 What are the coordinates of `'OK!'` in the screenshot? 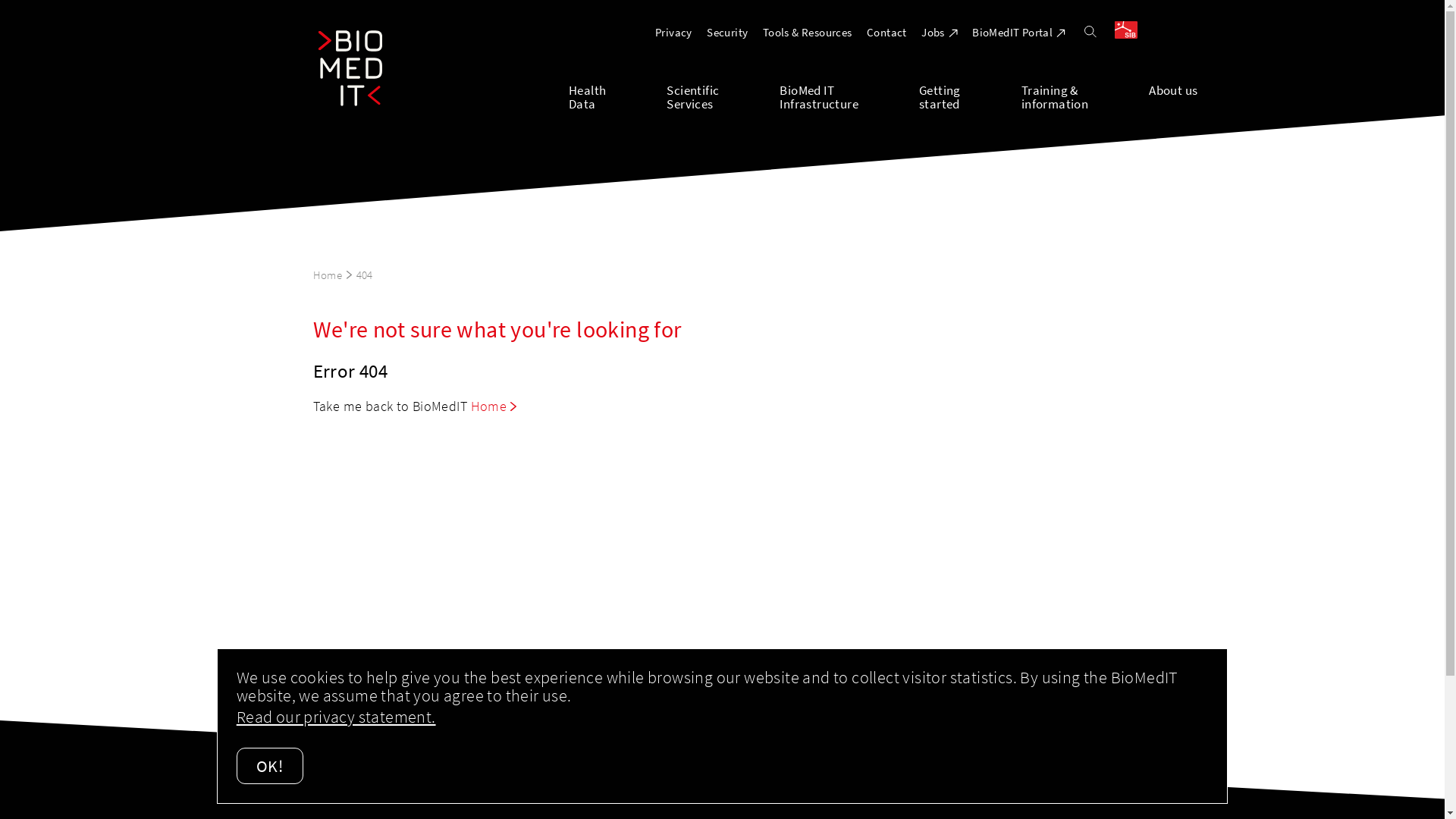 It's located at (269, 766).